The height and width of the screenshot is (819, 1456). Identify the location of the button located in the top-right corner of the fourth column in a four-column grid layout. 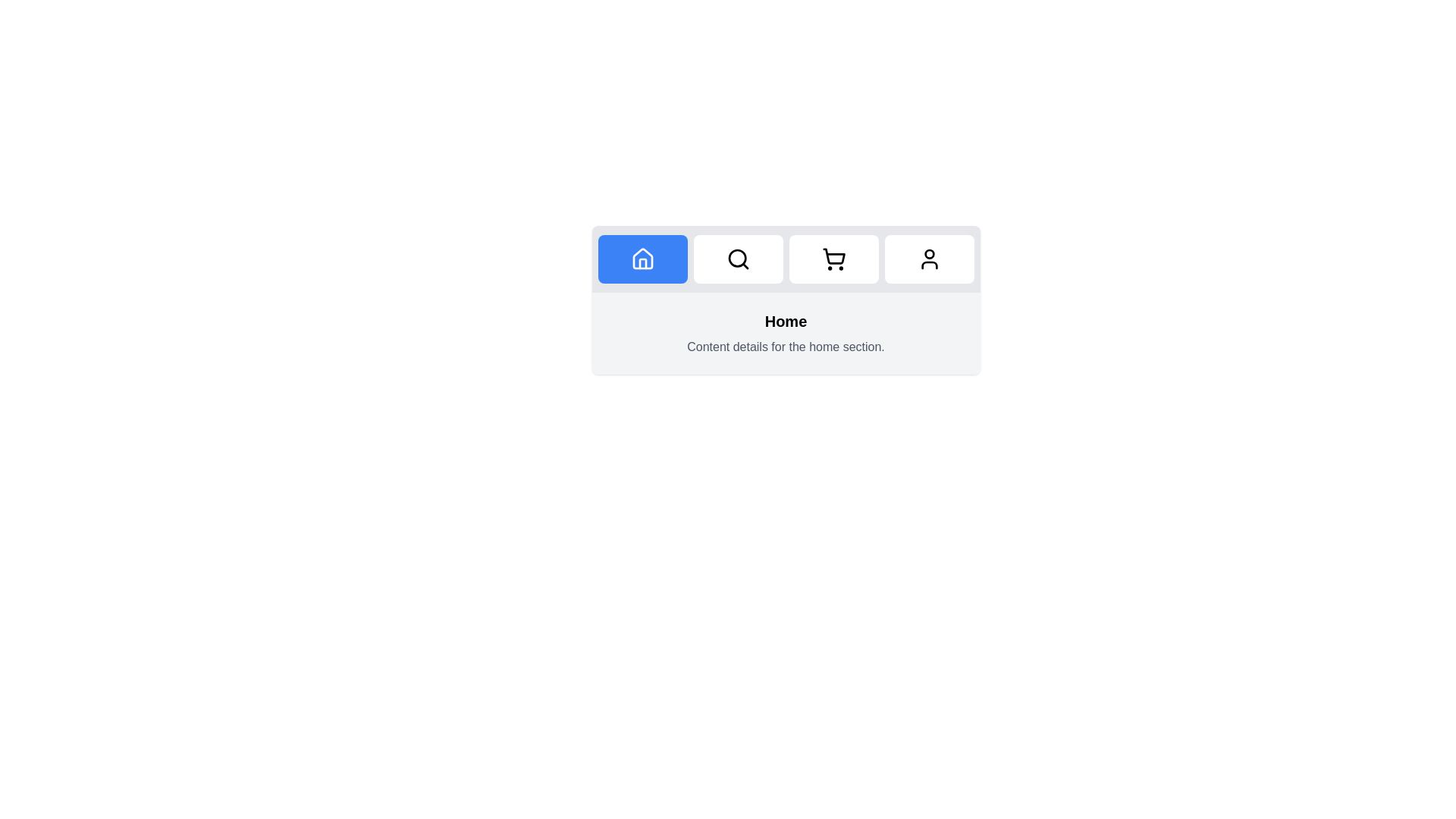
(928, 259).